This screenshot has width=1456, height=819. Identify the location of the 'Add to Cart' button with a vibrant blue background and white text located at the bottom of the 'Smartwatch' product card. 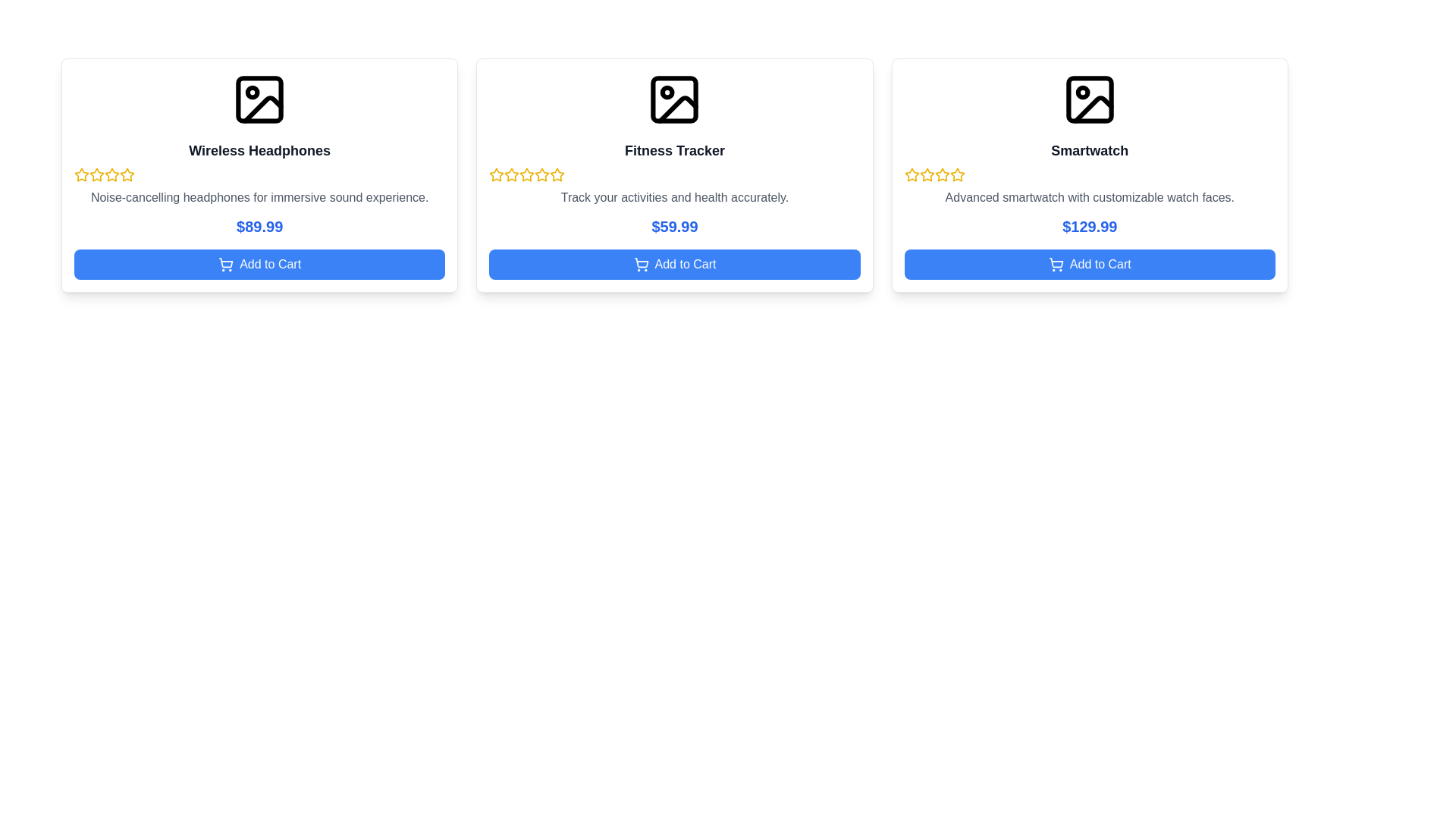
(1089, 263).